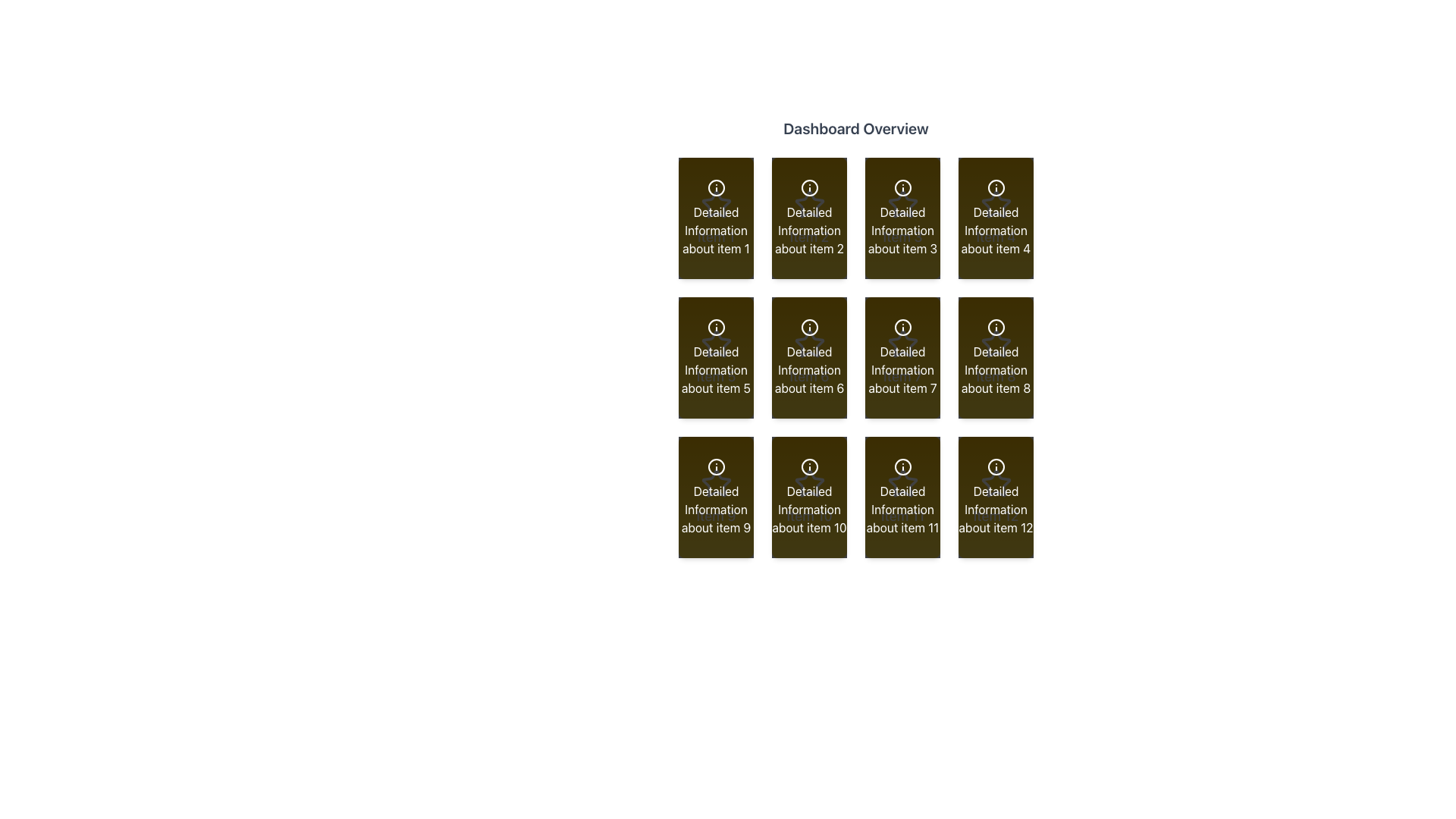 The width and height of the screenshot is (1456, 819). Describe the element at coordinates (996, 187) in the screenshot. I see `the Circular SVG element located in the top row, fourth column of the 'Dashboard Overview' grid layout, which serves a decorative role within an icon` at that location.